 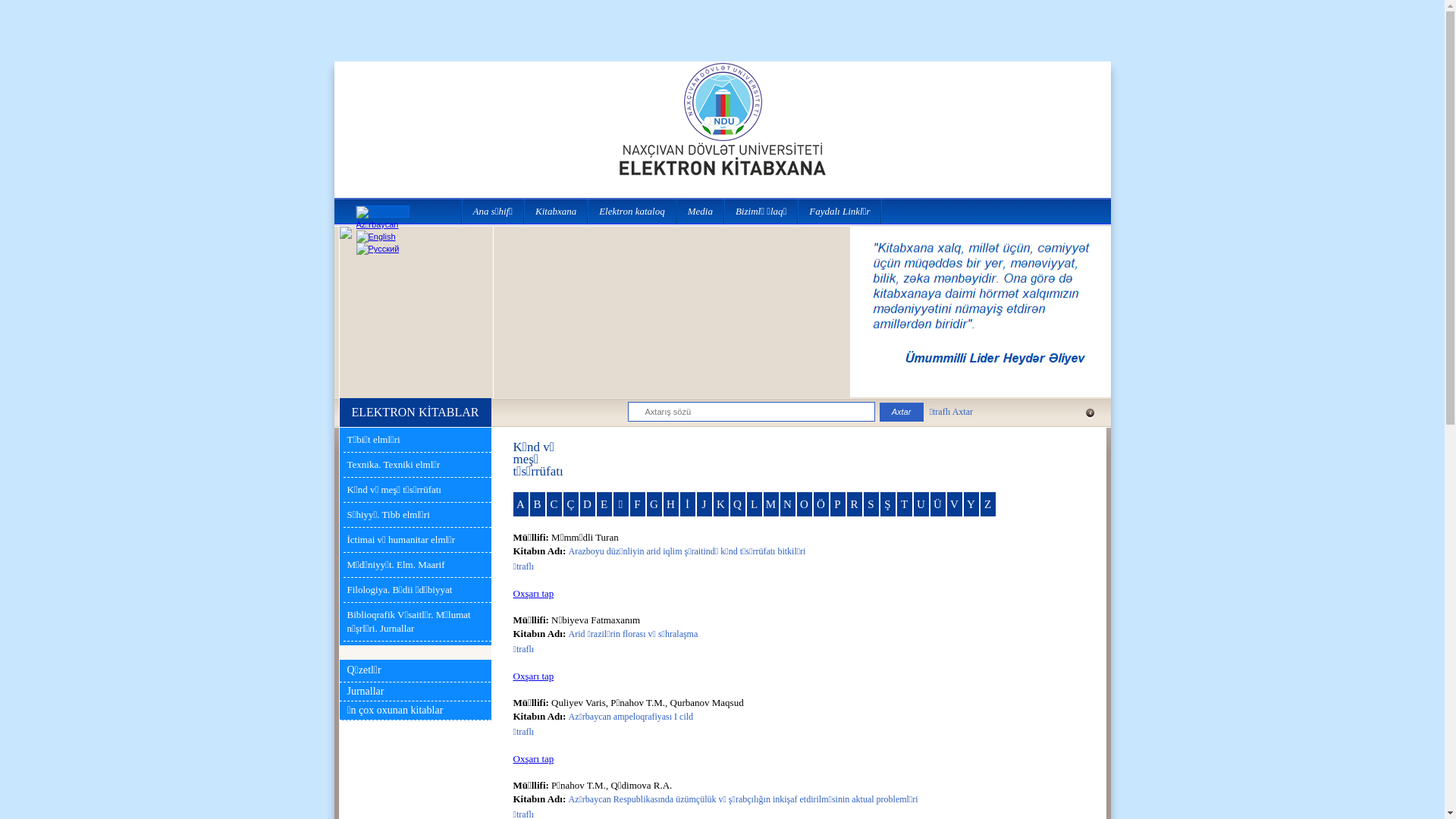 What do you see at coordinates (902, 411) in the screenshot?
I see `'Axtar'` at bounding box center [902, 411].